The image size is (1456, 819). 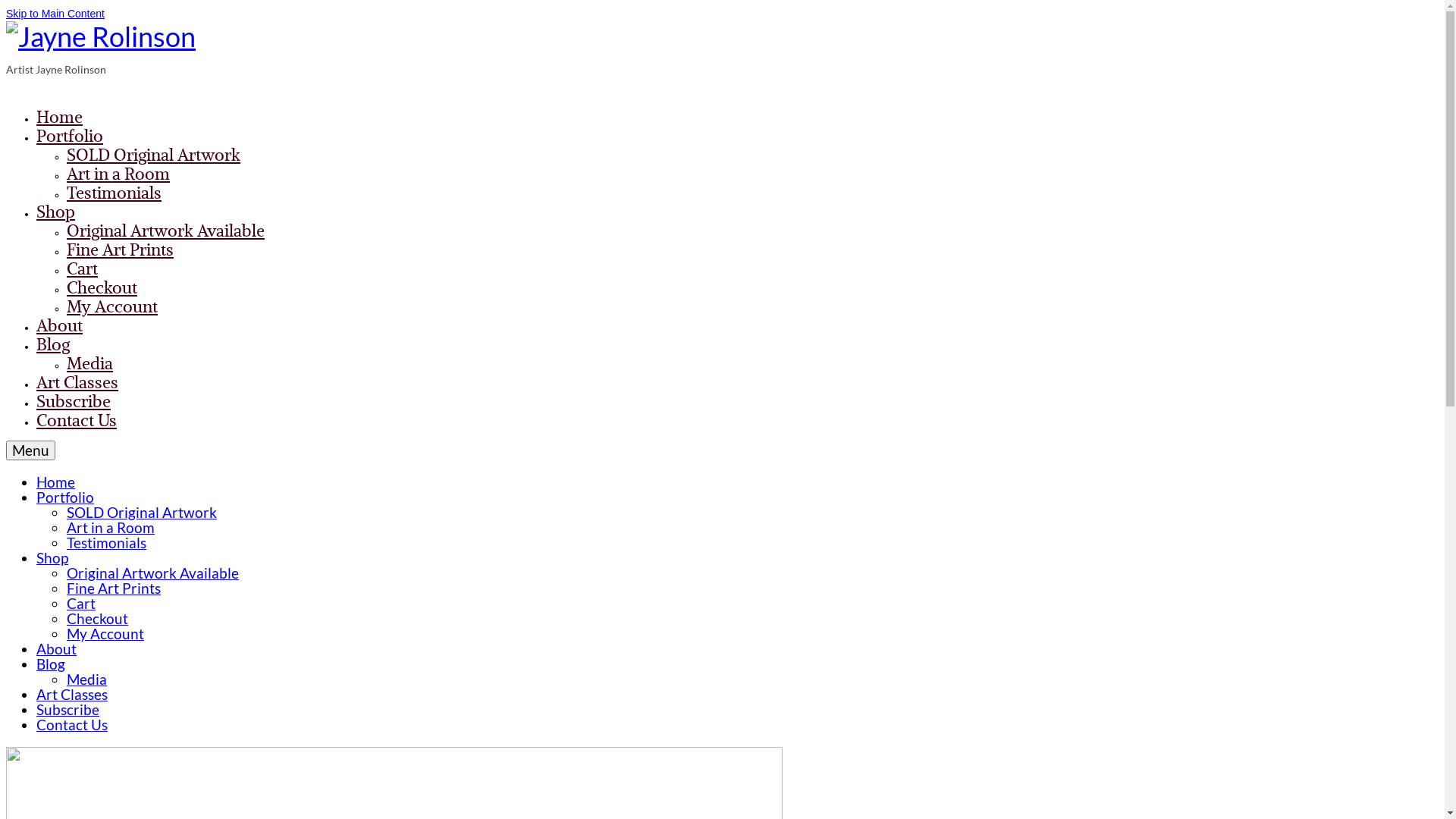 I want to click on 'Original Artwork Available', so click(x=65, y=231).